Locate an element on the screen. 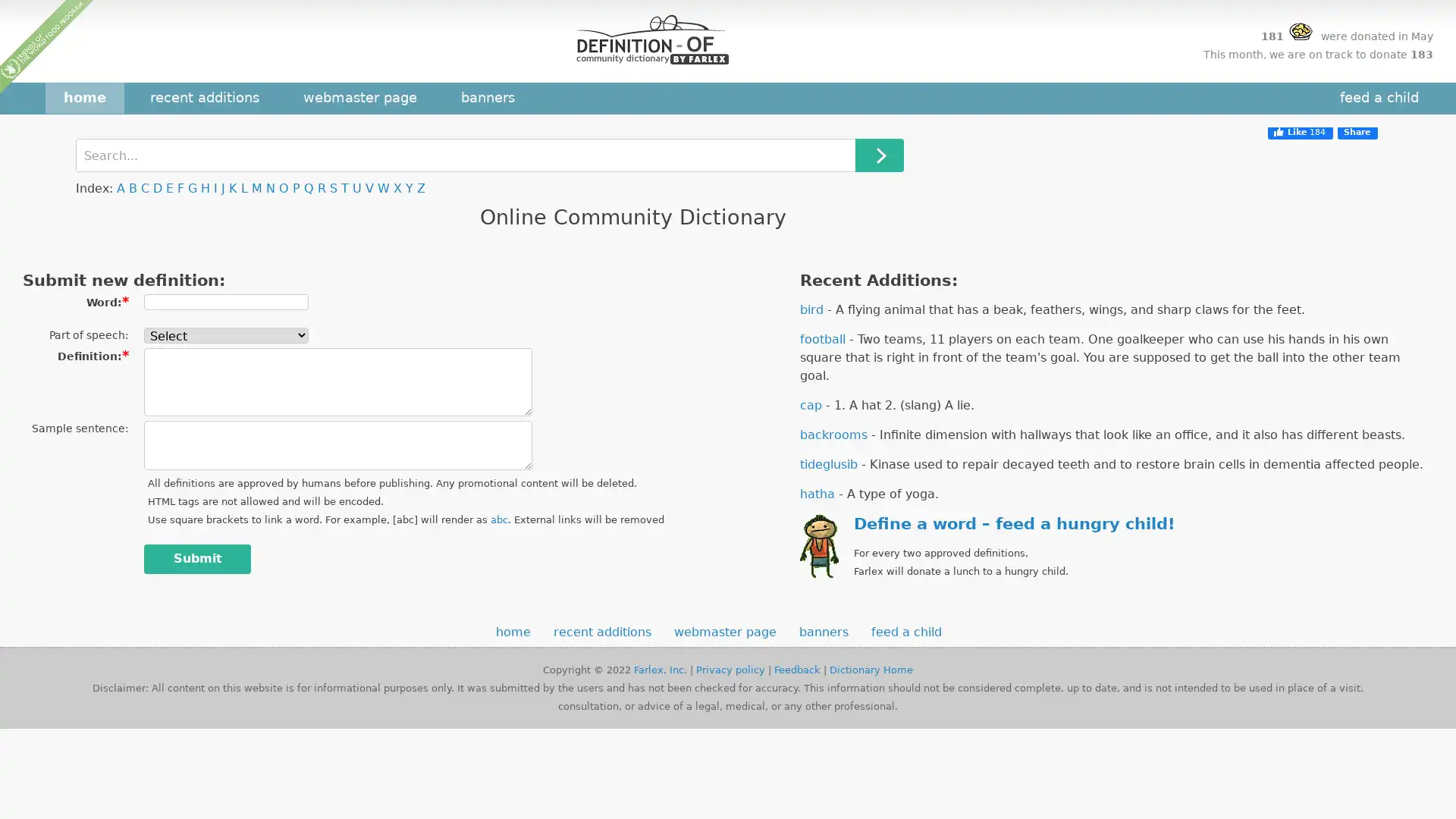 This screenshot has height=819, width=1456. Search is located at coordinates (880, 155).